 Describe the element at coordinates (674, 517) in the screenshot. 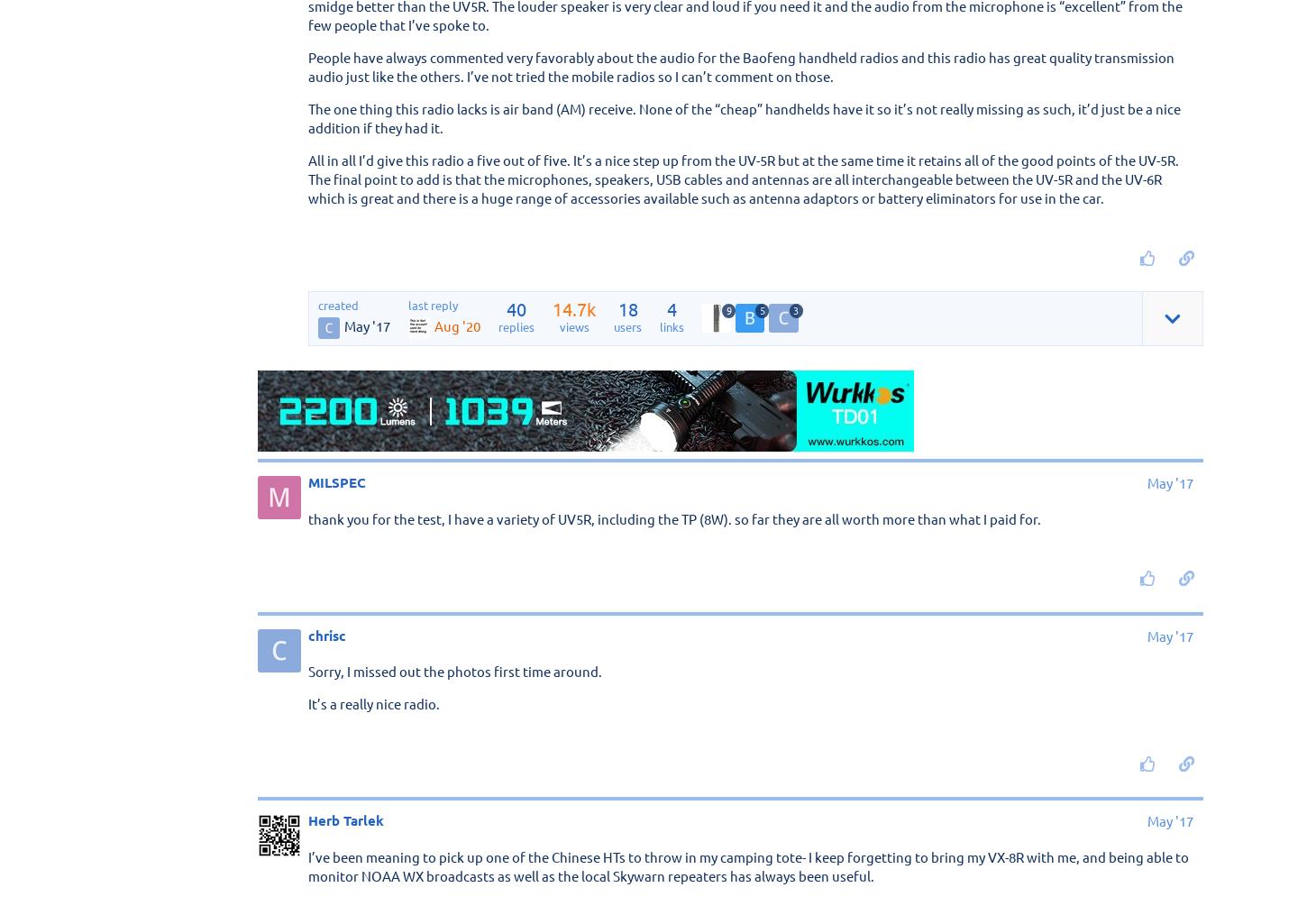

I see `'thank you for the test, I have a variety of UV5R, including the TP (8W). so far they are all worth more than what I paid for.'` at that location.